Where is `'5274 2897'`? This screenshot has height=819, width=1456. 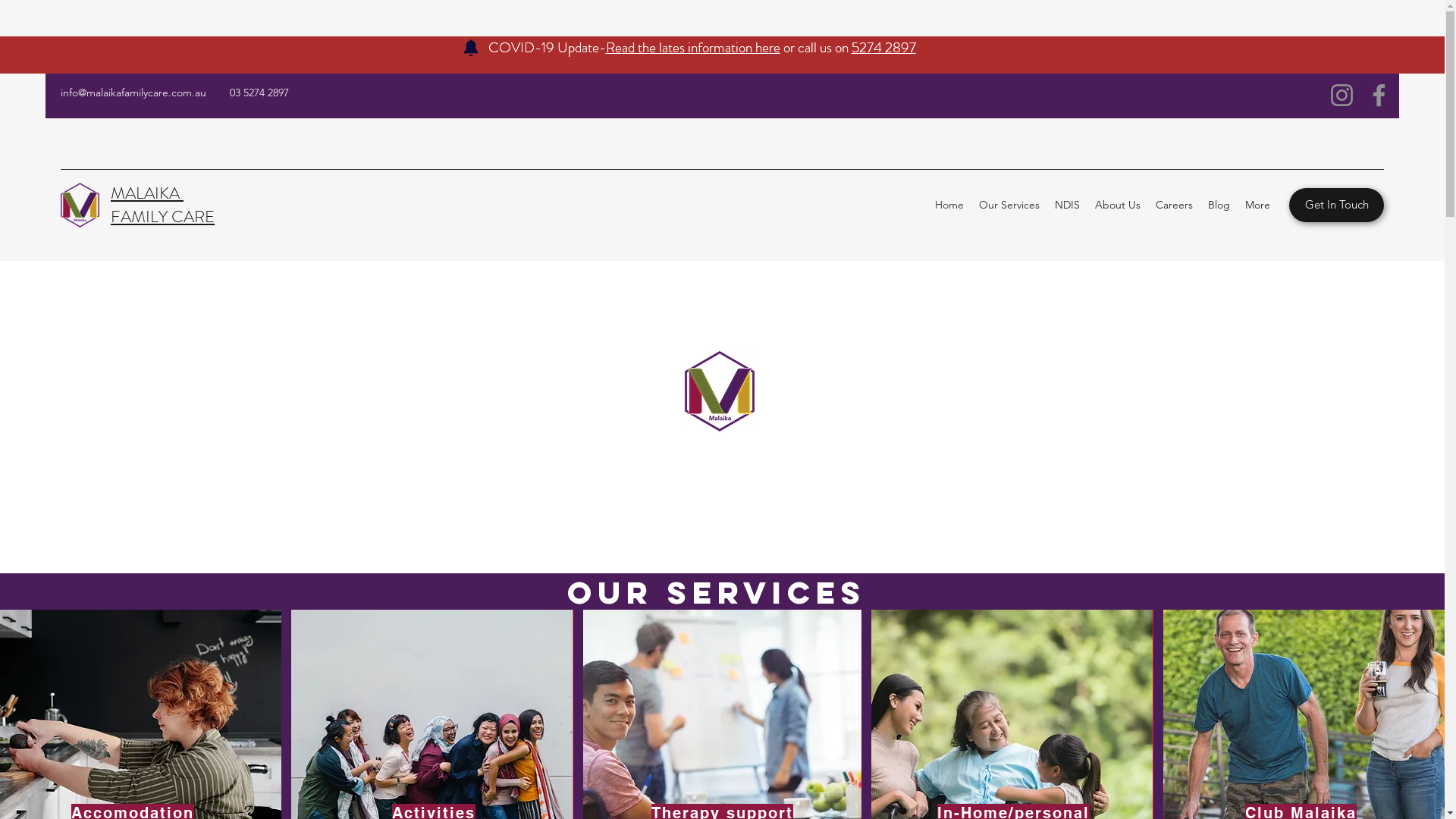
'5274 2897' is located at coordinates (851, 46).